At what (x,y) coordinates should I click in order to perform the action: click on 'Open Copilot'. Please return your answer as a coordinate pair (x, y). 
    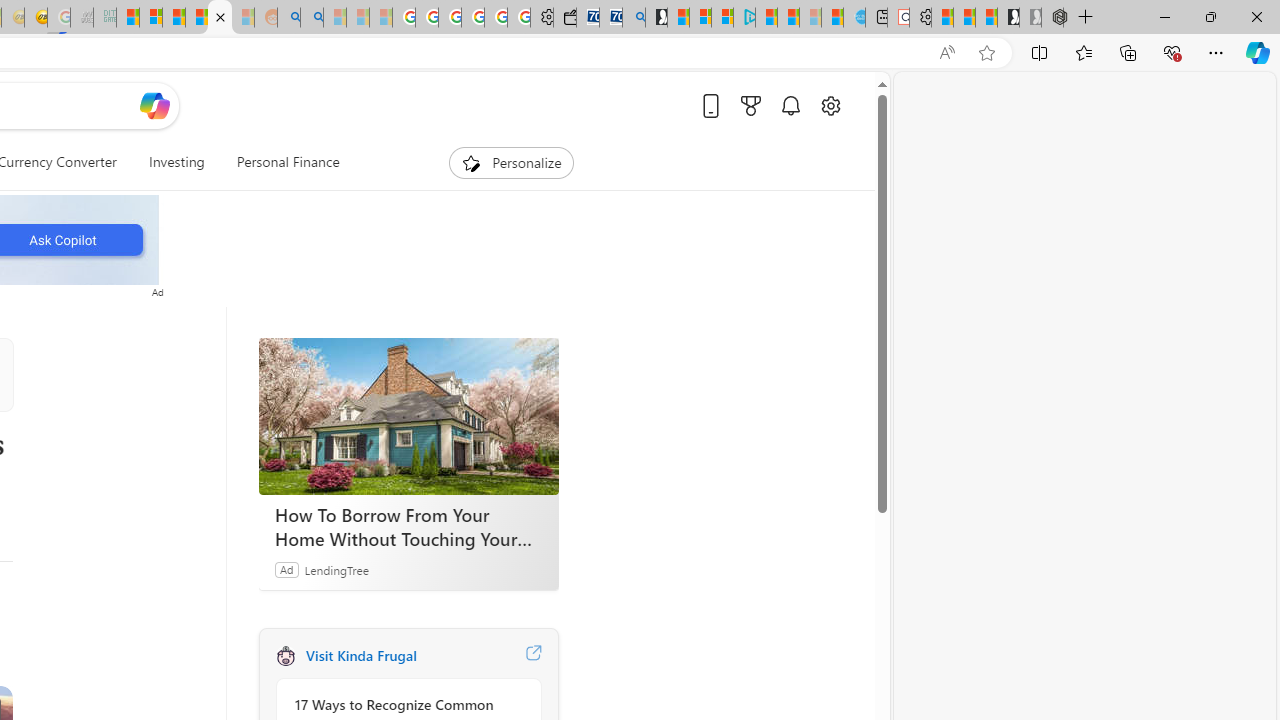
    Looking at the image, I should click on (154, 105).